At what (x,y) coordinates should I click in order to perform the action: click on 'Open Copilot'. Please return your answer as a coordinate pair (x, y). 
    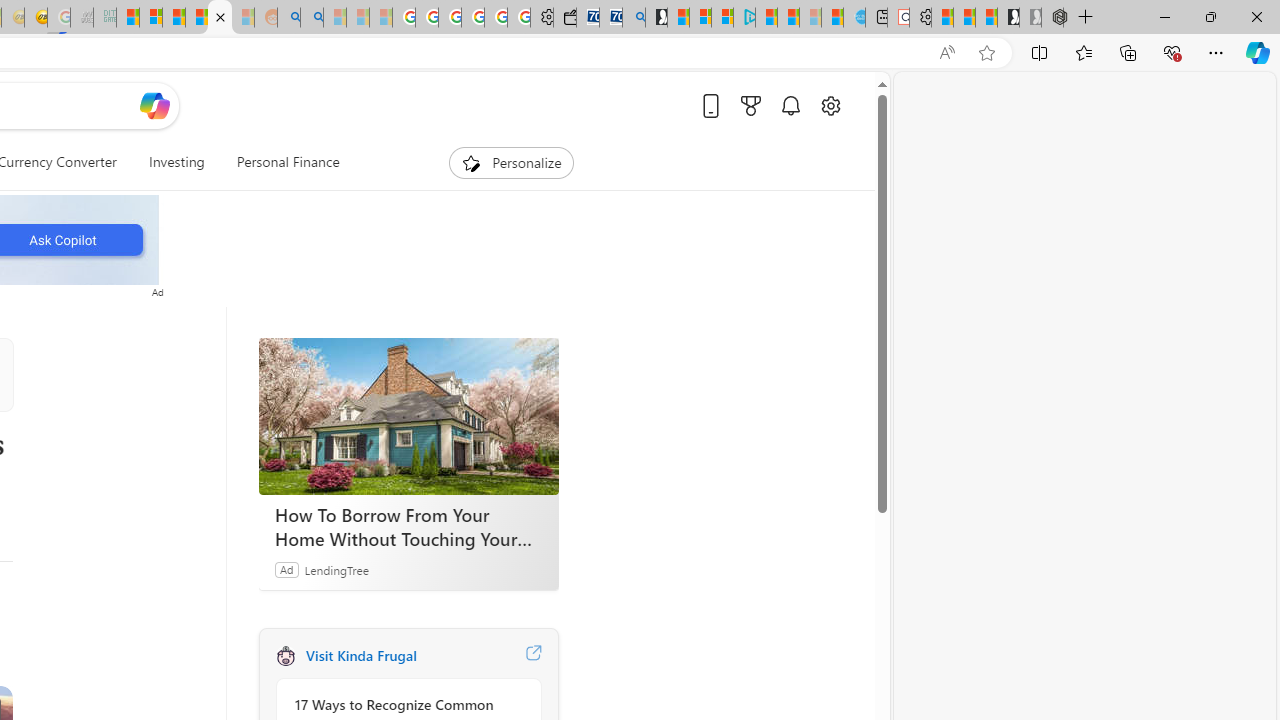
    Looking at the image, I should click on (154, 105).